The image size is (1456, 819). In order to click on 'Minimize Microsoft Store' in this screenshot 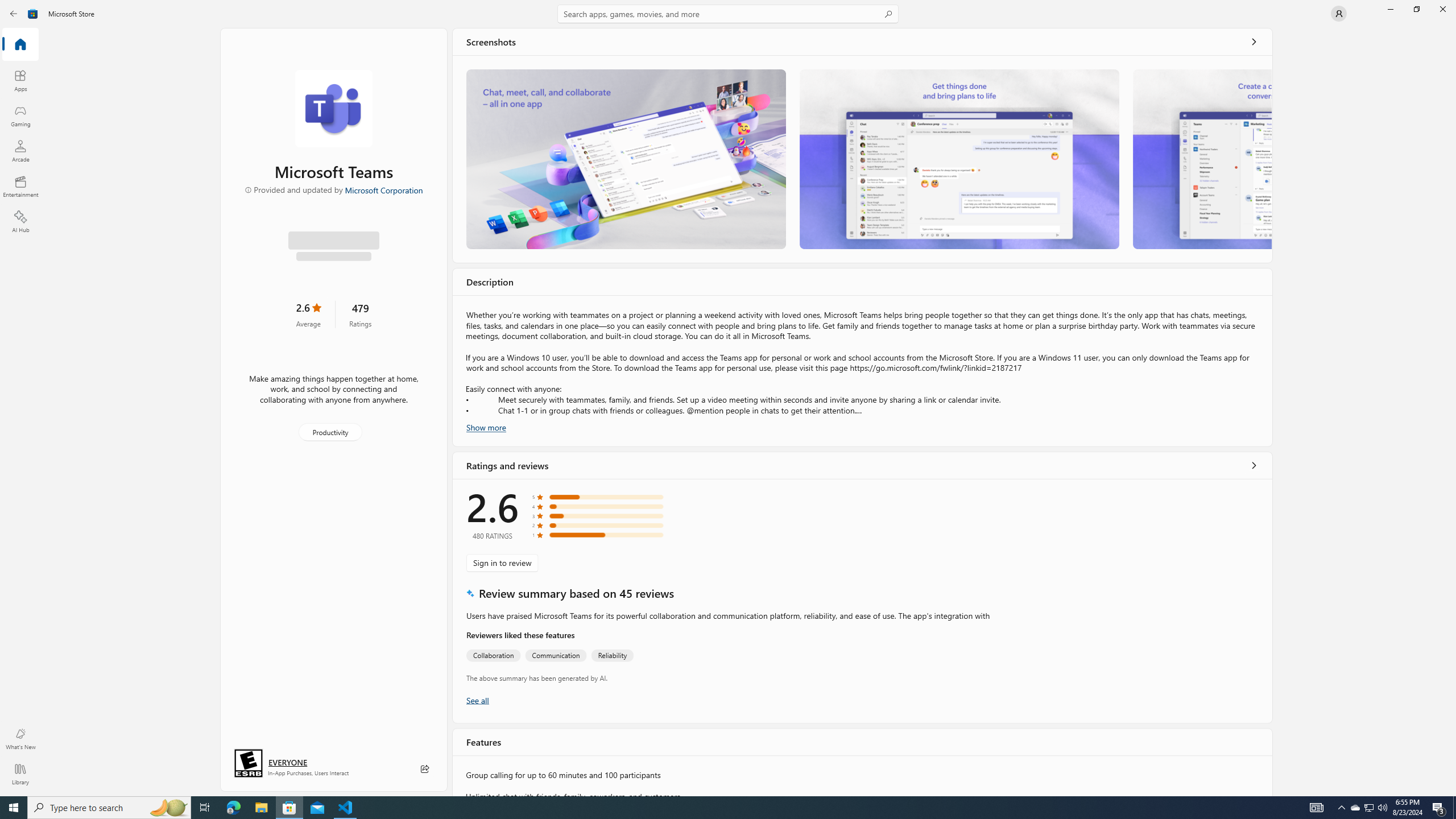, I will do `click(1389, 9)`.